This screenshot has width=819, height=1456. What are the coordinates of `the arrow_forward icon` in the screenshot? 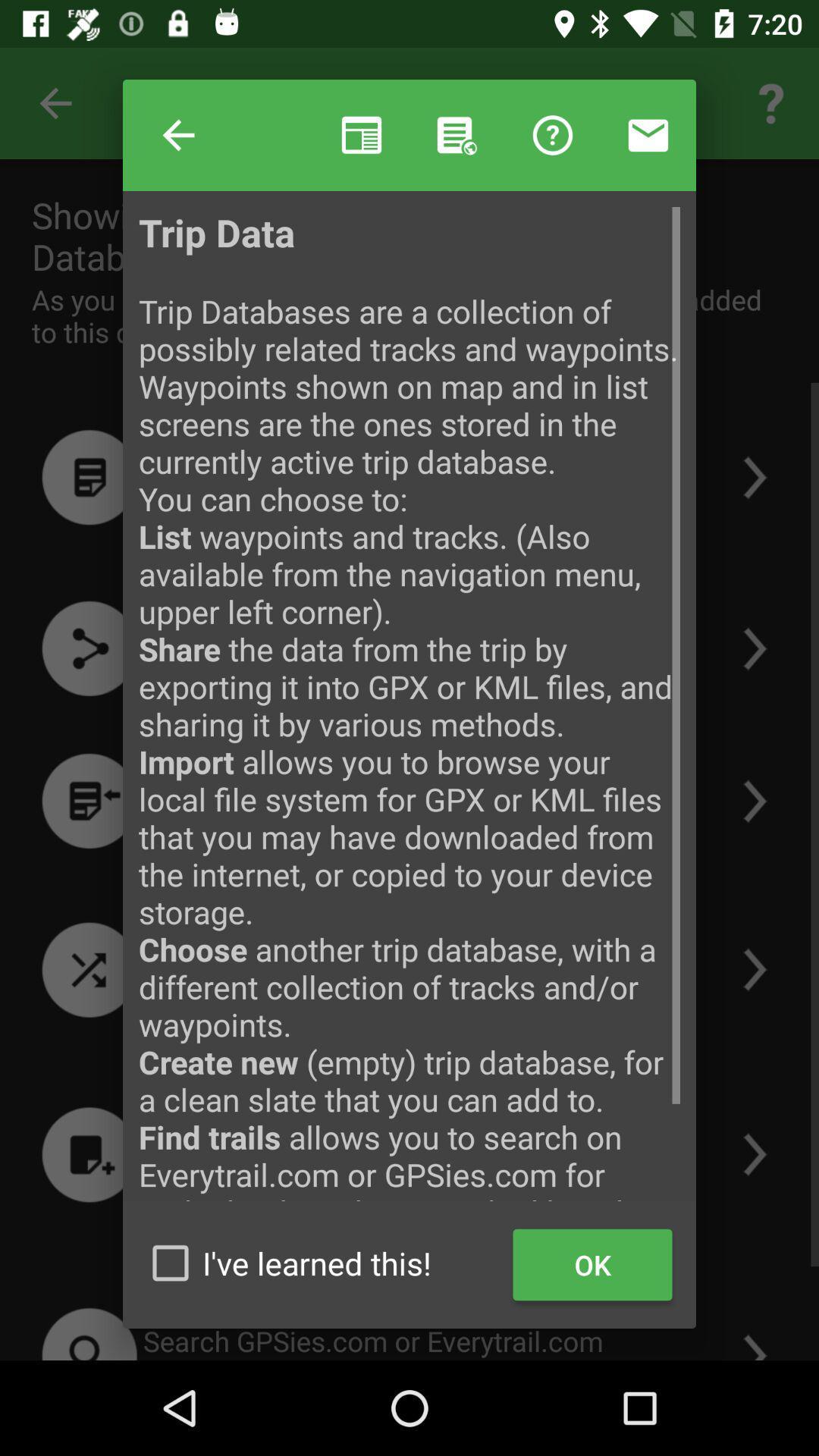 It's located at (757, 601).